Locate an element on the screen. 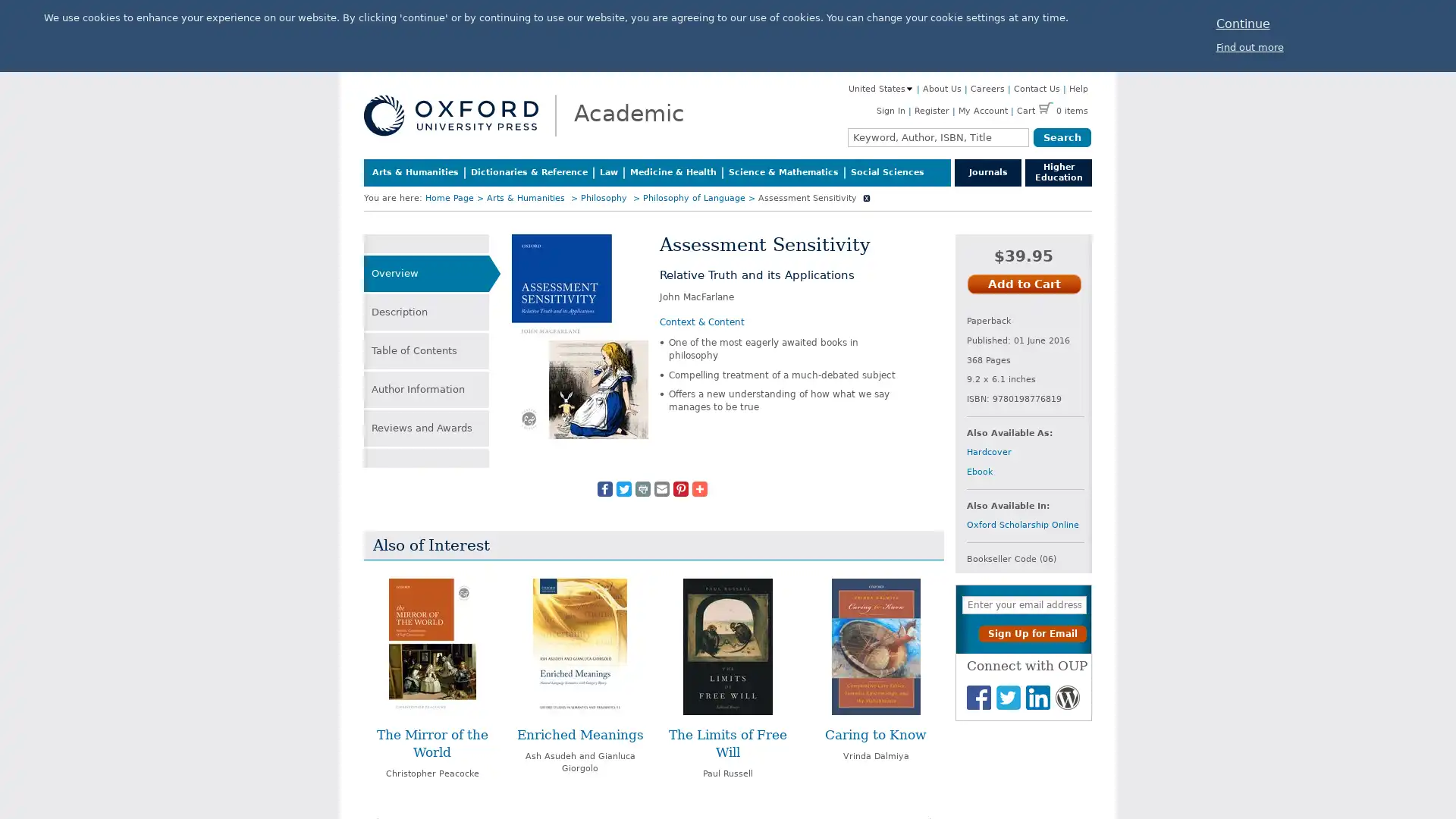  Share to Pinterest is located at coordinates (679, 488).